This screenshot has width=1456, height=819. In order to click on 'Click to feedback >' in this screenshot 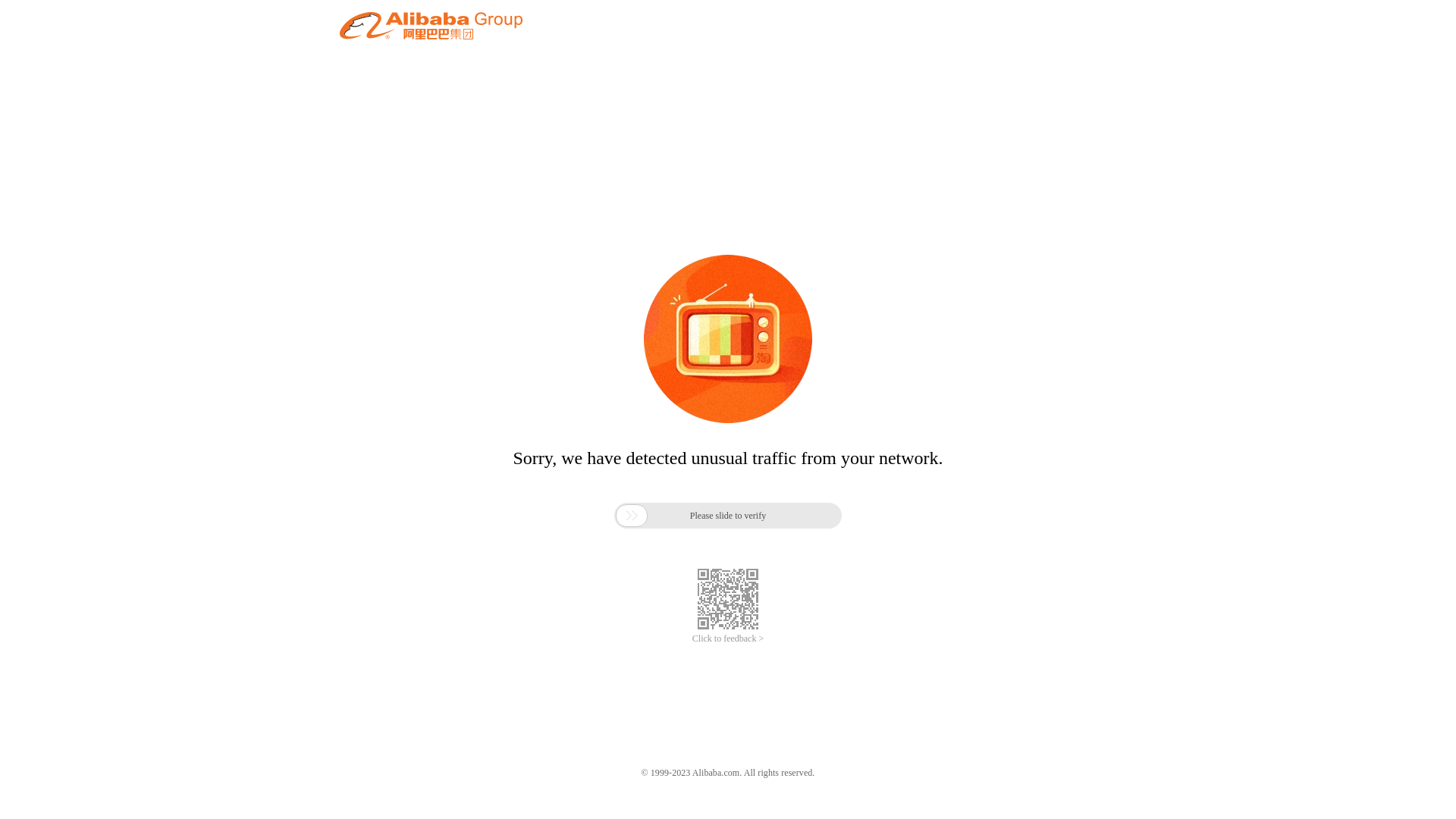, I will do `click(728, 639)`.